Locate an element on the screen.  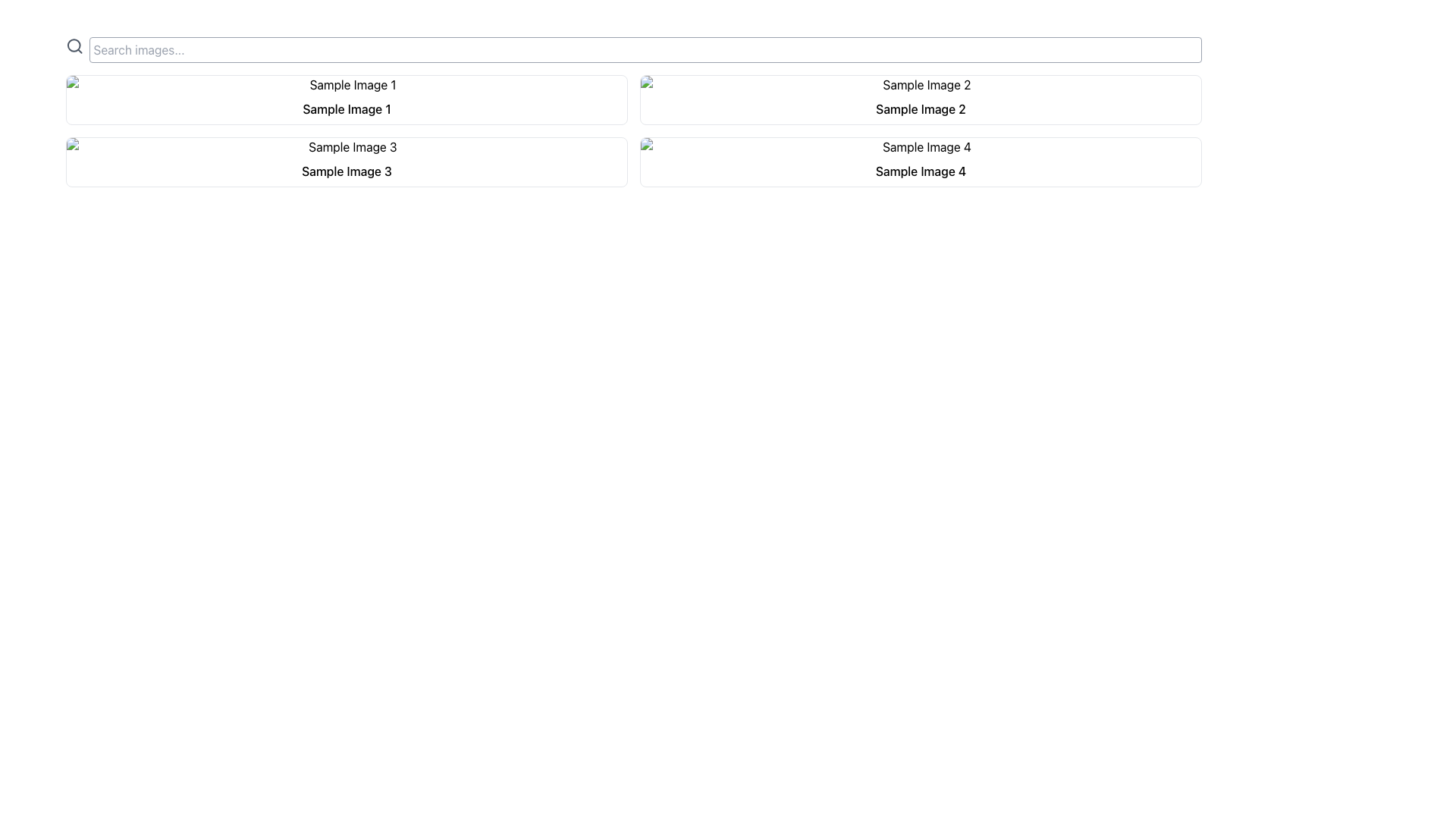
the text label reading 'Sample Image 4' located in the bottom-right grid area of a 2x2 layout, which is styled with medium font weight and centered alignment is located at coordinates (920, 171).